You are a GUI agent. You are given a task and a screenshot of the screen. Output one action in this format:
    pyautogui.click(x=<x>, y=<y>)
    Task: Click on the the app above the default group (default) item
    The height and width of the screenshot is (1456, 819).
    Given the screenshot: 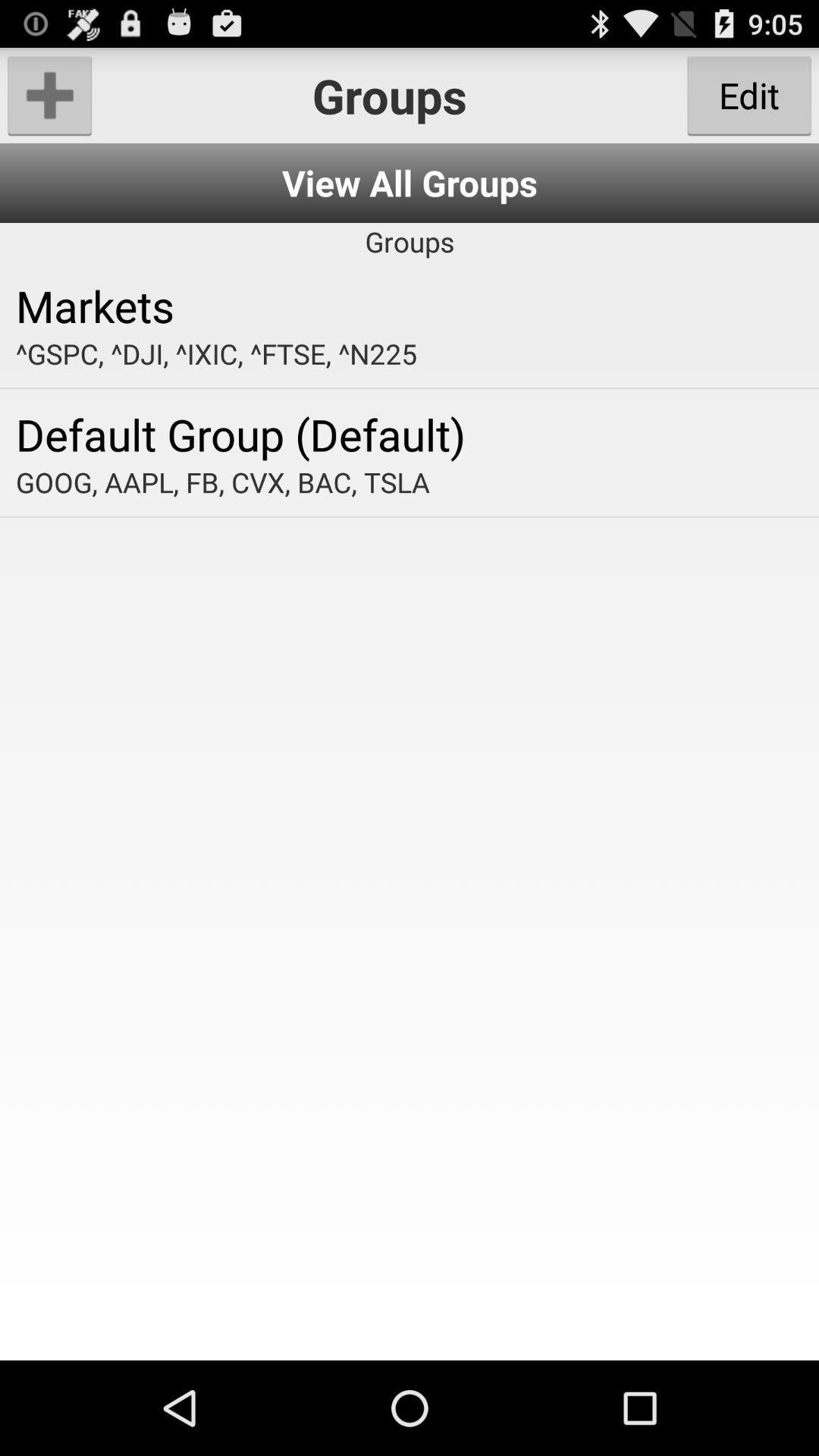 What is the action you would take?
    pyautogui.click(x=409, y=353)
    